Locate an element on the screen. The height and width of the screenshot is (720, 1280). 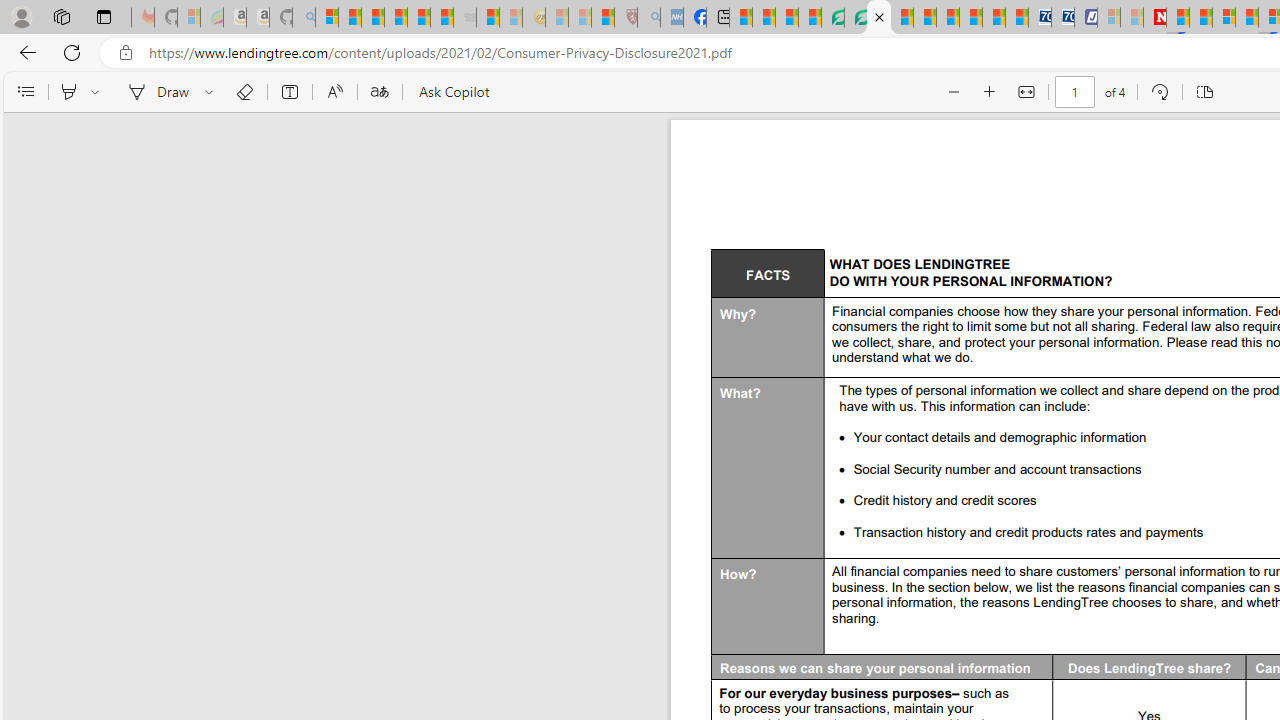
'Robert H. Shmerling, MD - Harvard Health - Sleeping' is located at coordinates (624, 17).